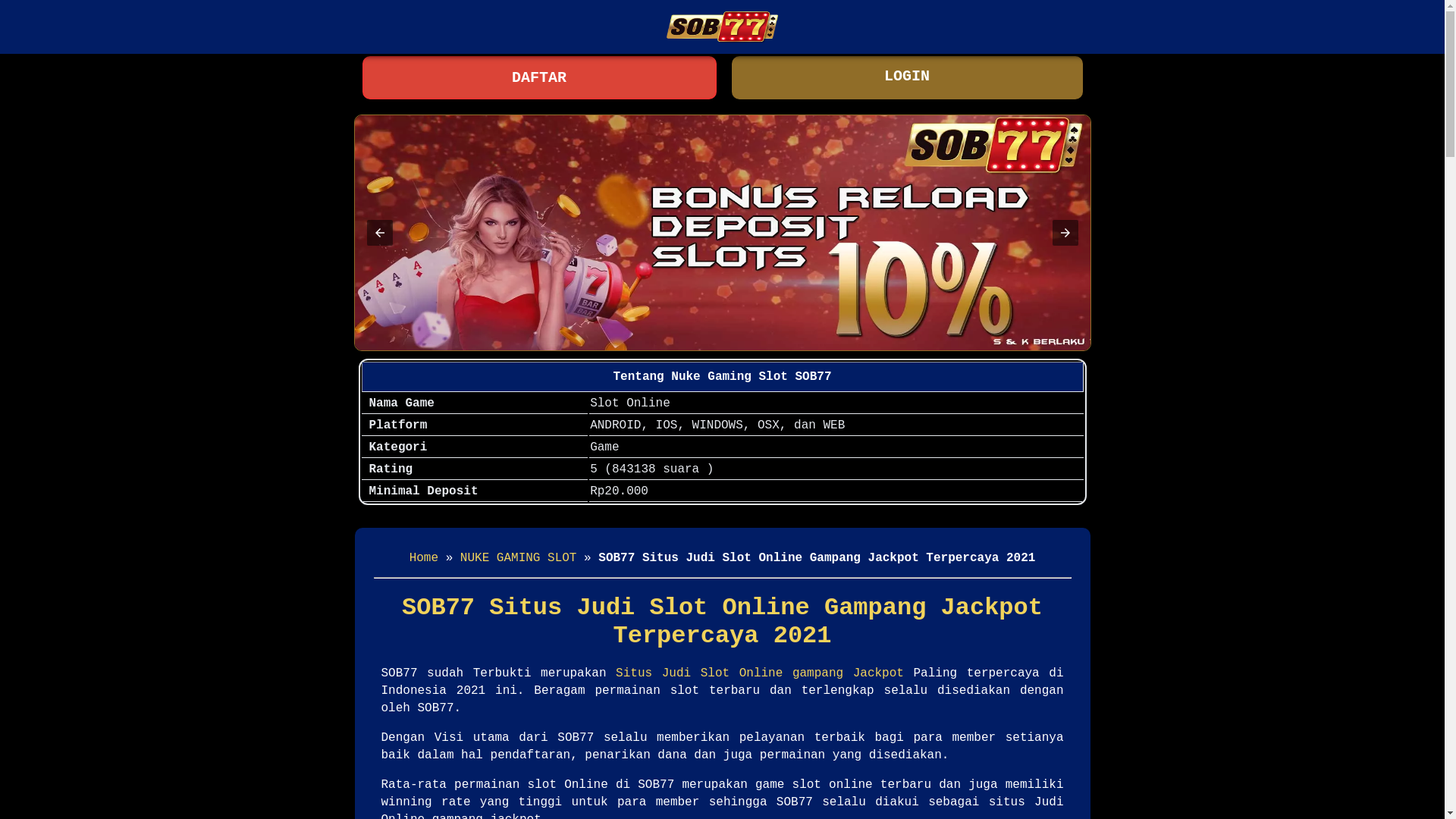  Describe the element at coordinates (539, 77) in the screenshot. I see `'DAFTAR'` at that location.